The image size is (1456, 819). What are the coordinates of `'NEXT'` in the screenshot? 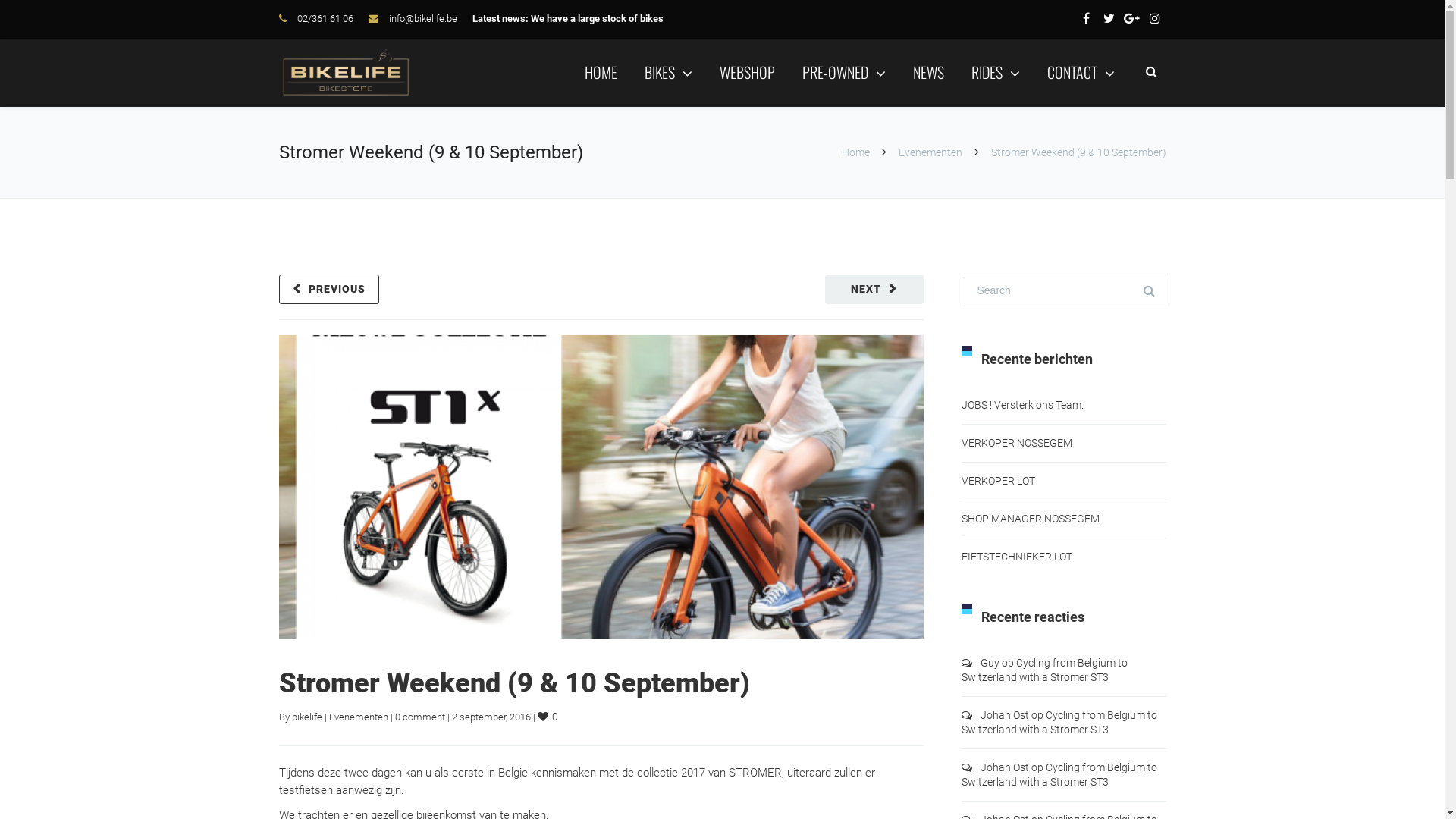 It's located at (874, 289).